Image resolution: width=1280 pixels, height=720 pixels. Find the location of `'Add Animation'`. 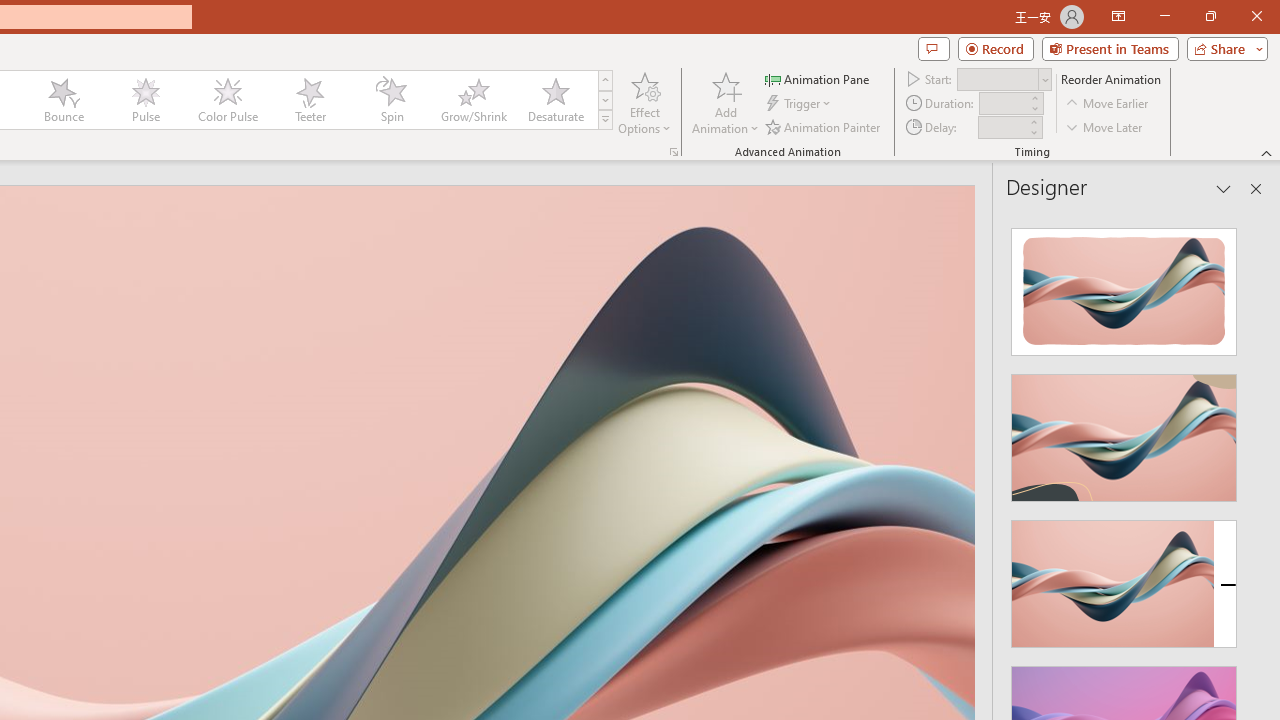

'Add Animation' is located at coordinates (724, 103).